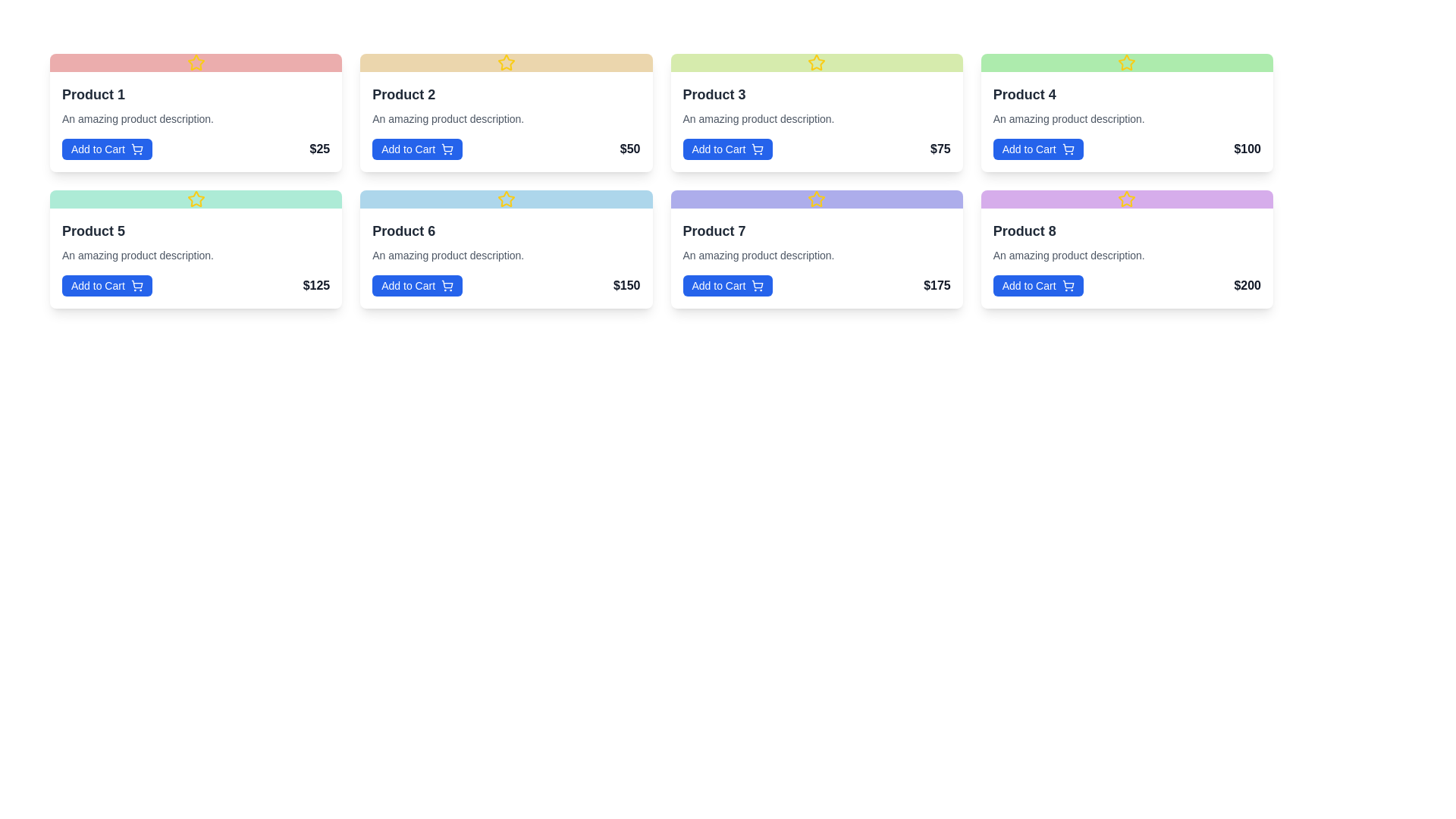 The image size is (1456, 819). Describe the element at coordinates (816, 198) in the screenshot. I see `the yellow star icon located at the top center of the card layout for 'Product 7', which is surrounded by a light purple background` at that location.